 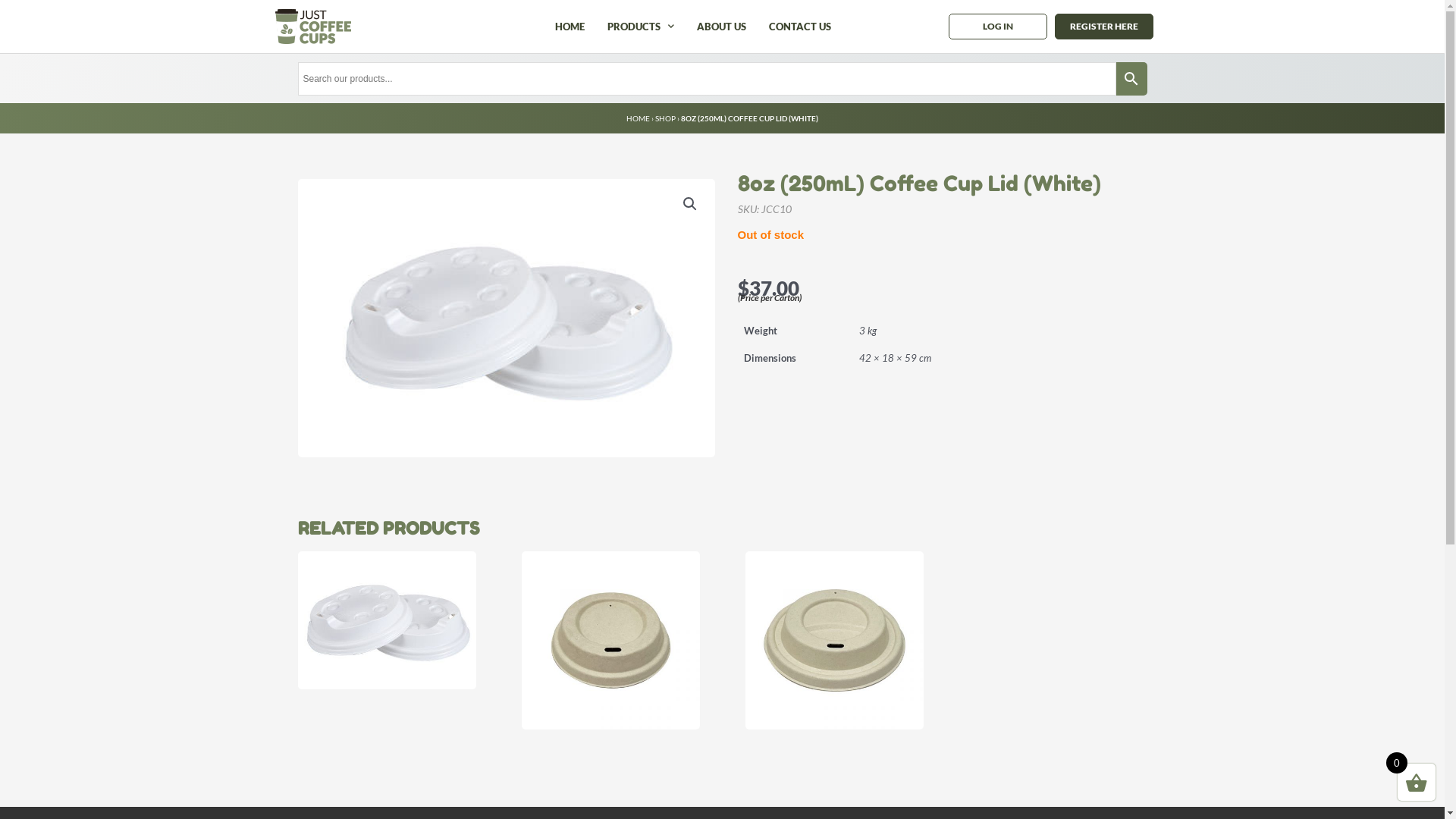 What do you see at coordinates (655, 117) in the screenshot?
I see `'SHOP'` at bounding box center [655, 117].